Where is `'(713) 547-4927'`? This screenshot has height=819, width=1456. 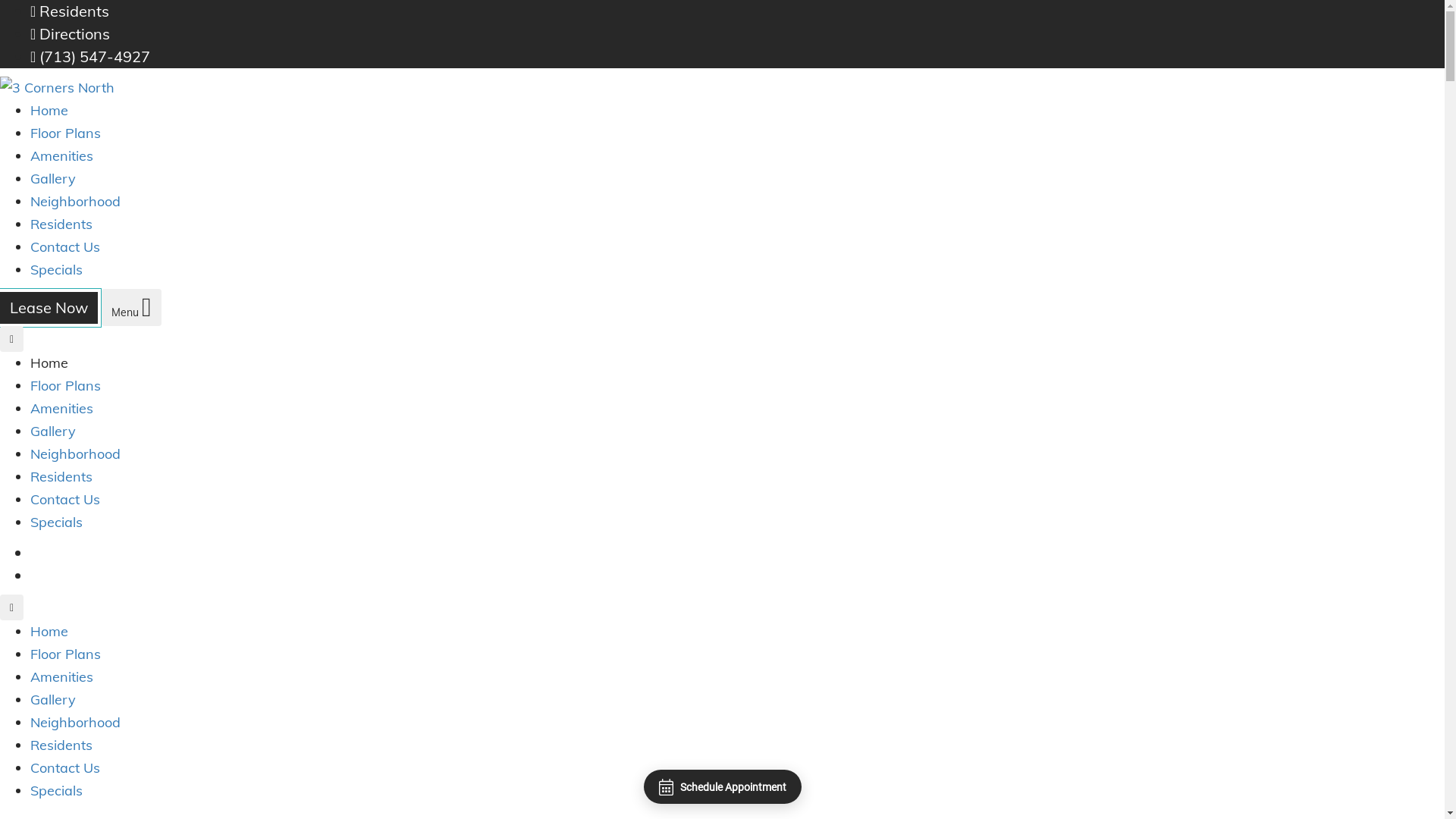 '(713) 547-4927' is located at coordinates (30, 55).